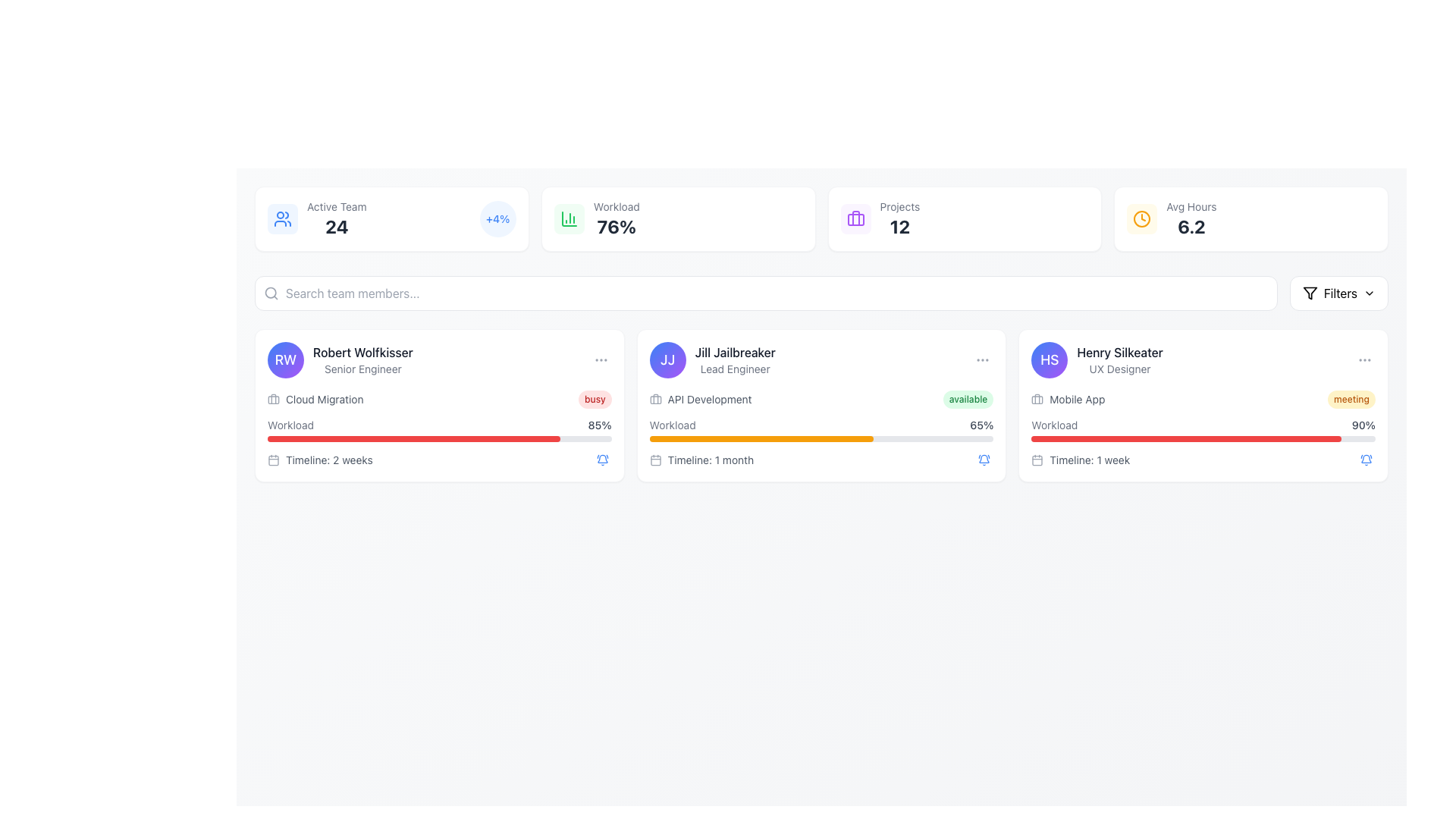  What do you see at coordinates (735, 353) in the screenshot?
I see `the text element labeled 'Jill Jailbreaker', which is styled with a medium font weight and dark gray color, located at the top of the middle card representing a team member` at bounding box center [735, 353].